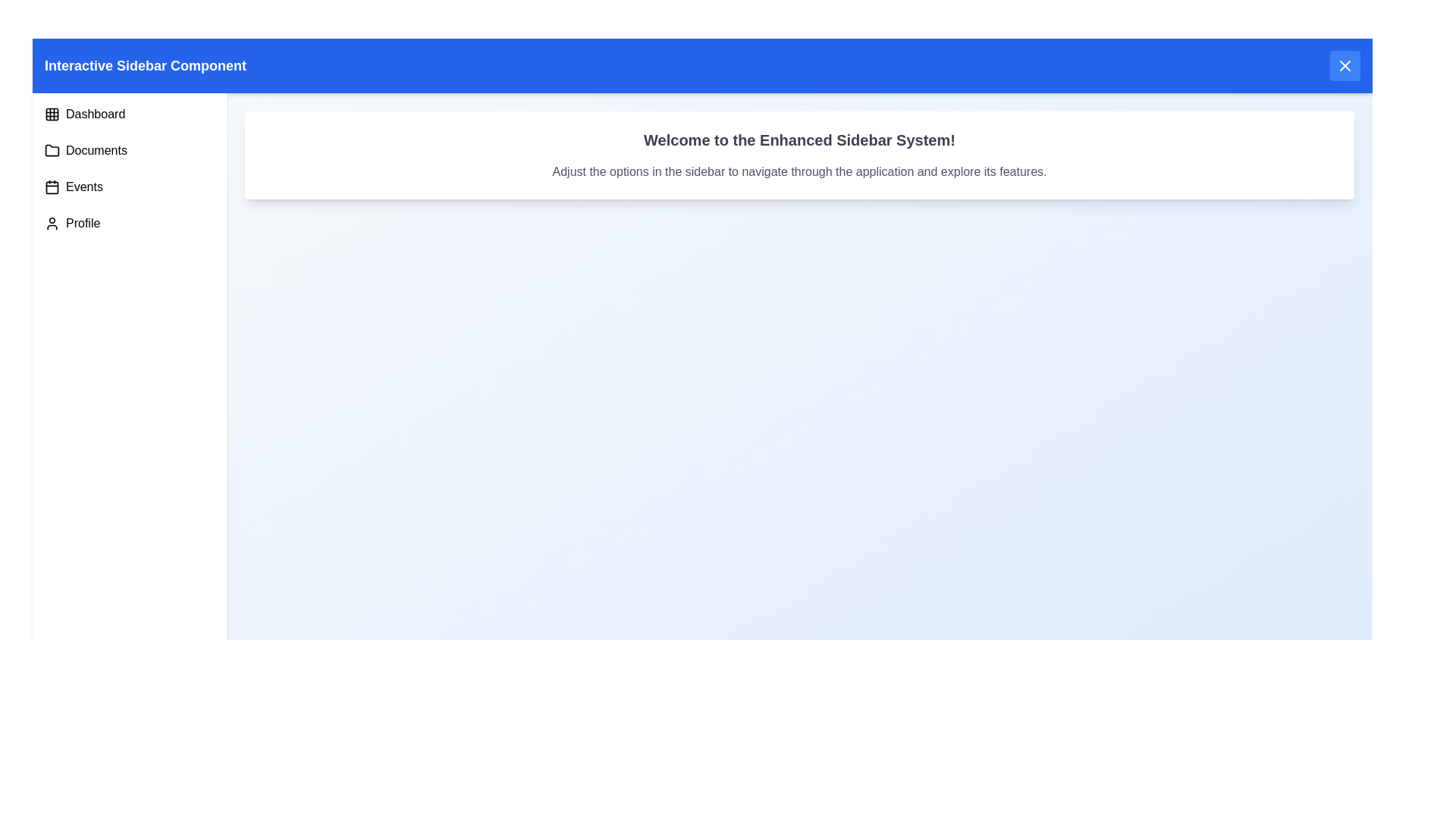  I want to click on the List Item labeled 'Events', which is the third item in the vertical list in the left sidebar, so click(130, 186).